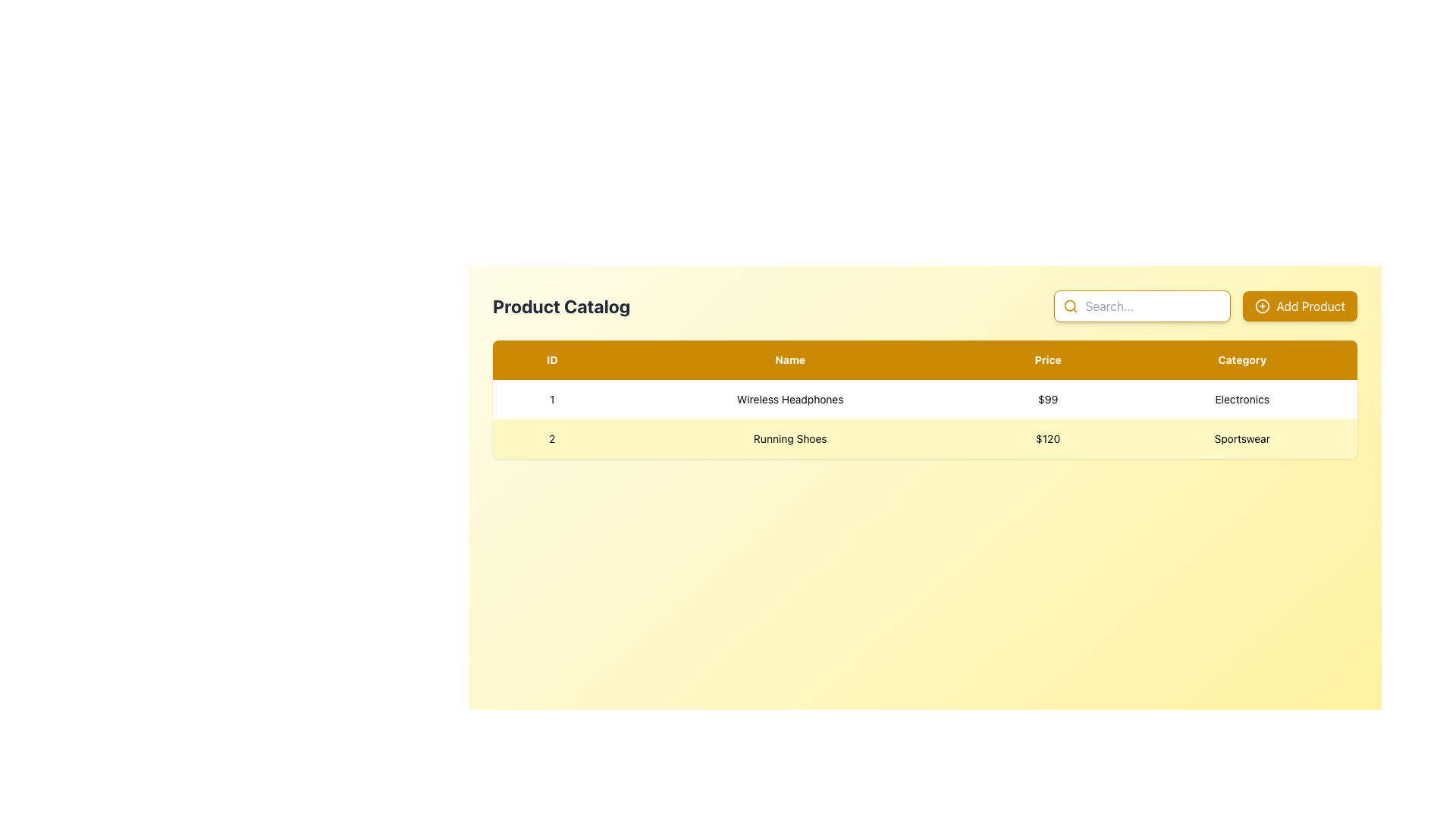 Image resolution: width=1456 pixels, height=819 pixels. I want to click on displayed text from the text label showing '$120' in black text, which is located in the Price column of the Running Shoes row, so click(1047, 438).